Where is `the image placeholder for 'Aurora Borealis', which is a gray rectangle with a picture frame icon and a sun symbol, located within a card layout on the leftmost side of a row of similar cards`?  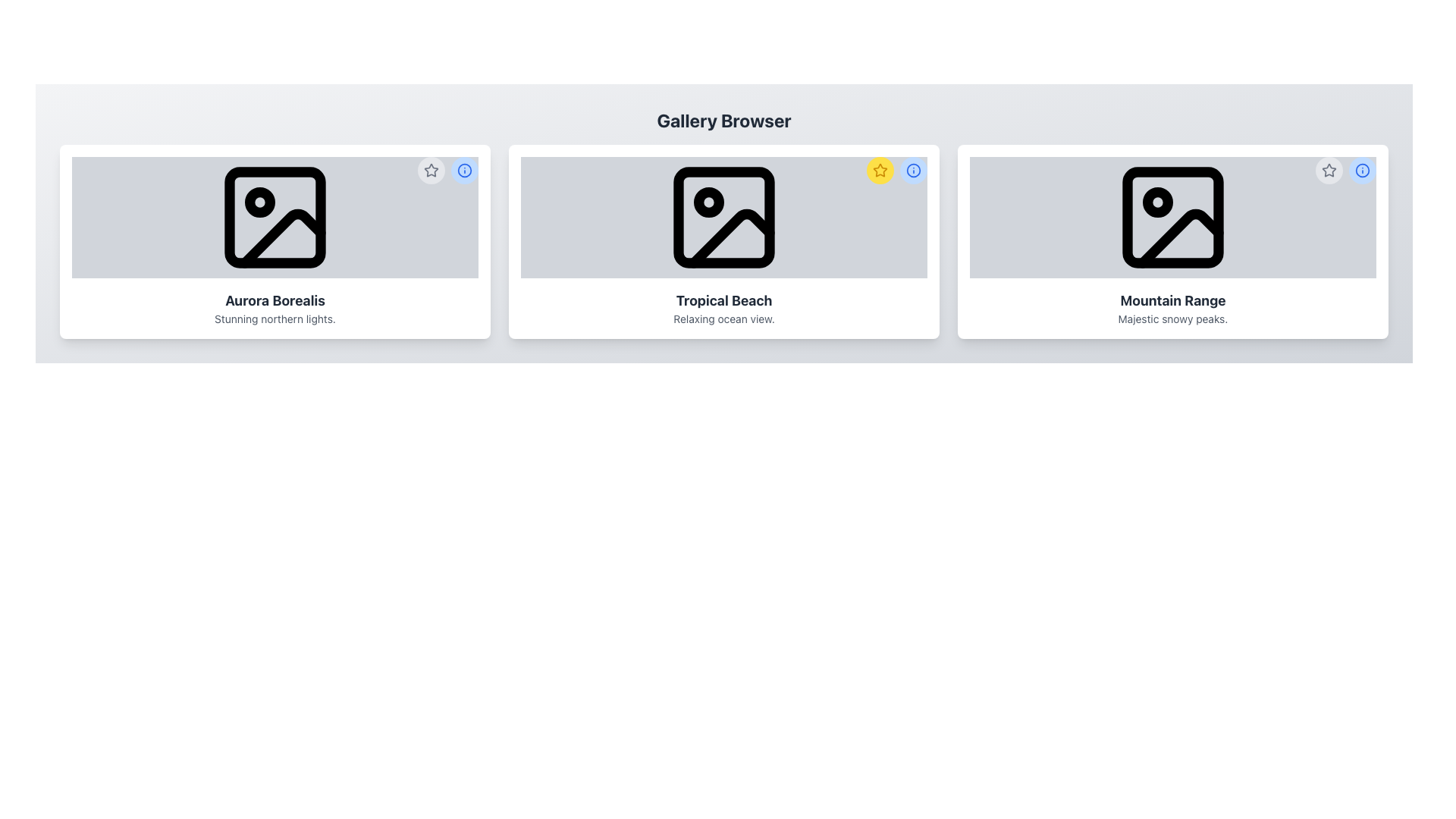
the image placeholder for 'Aurora Borealis', which is a gray rectangle with a picture frame icon and a sun symbol, located within a card layout on the leftmost side of a row of similar cards is located at coordinates (275, 217).